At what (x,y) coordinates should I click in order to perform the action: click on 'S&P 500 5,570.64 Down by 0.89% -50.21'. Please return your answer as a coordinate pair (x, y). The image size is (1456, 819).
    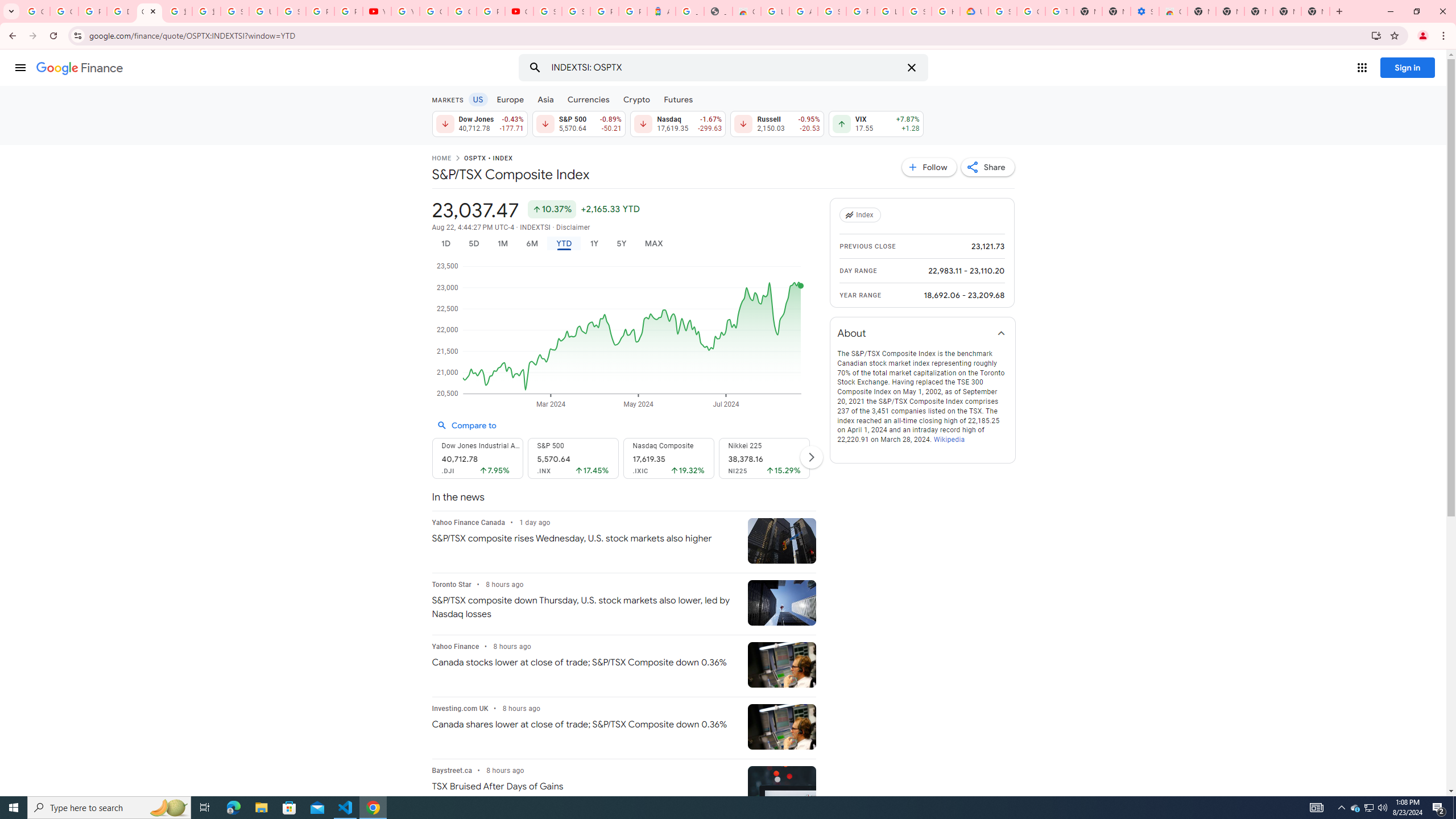
    Looking at the image, I should click on (578, 123).